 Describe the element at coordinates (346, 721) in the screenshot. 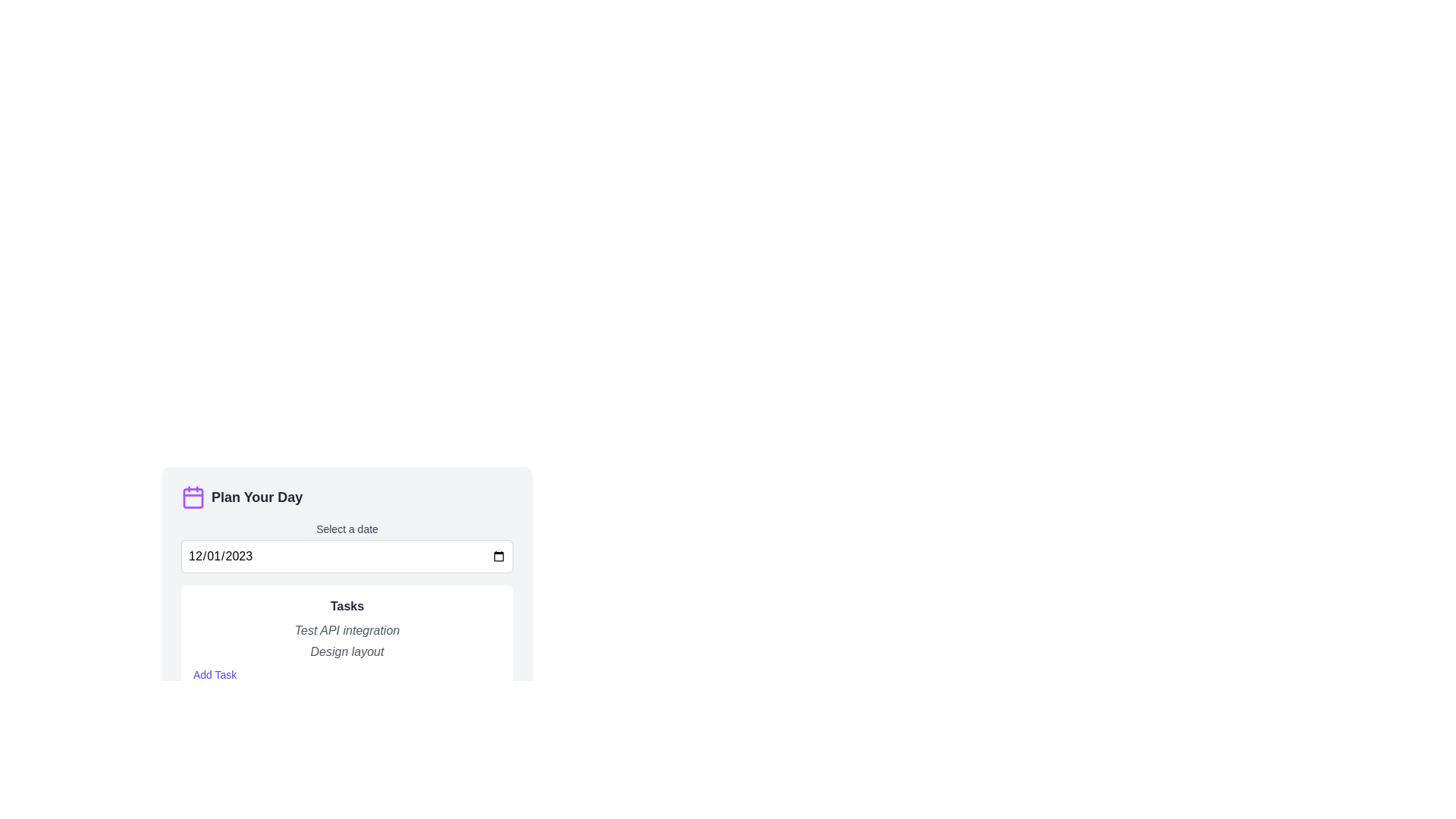

I see `the toggle button located at the bottom of the 'Plan Your Day' section to receive visual feedback` at that location.